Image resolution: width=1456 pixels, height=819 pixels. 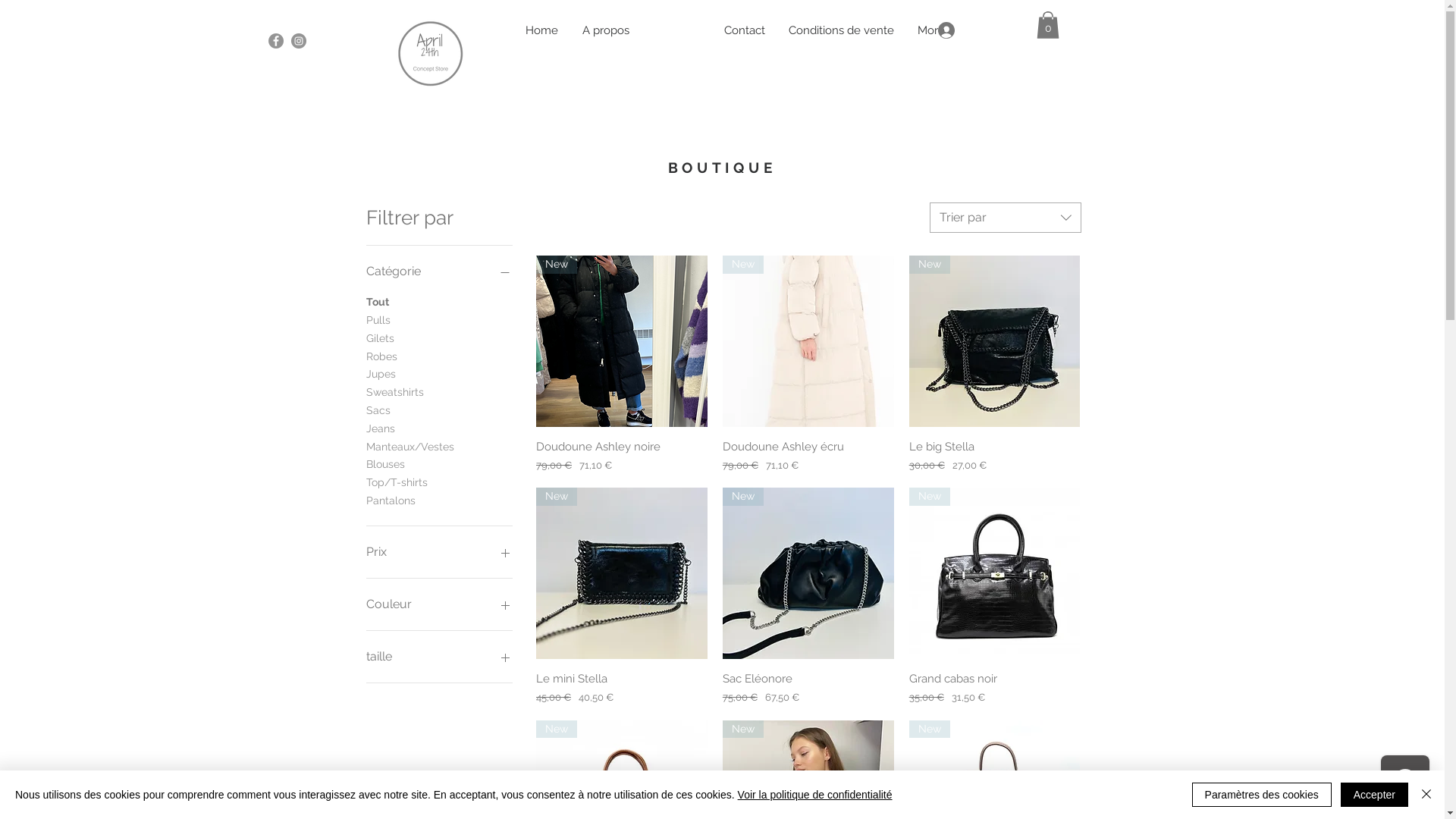 I want to click on 'Couleur', so click(x=438, y=604).